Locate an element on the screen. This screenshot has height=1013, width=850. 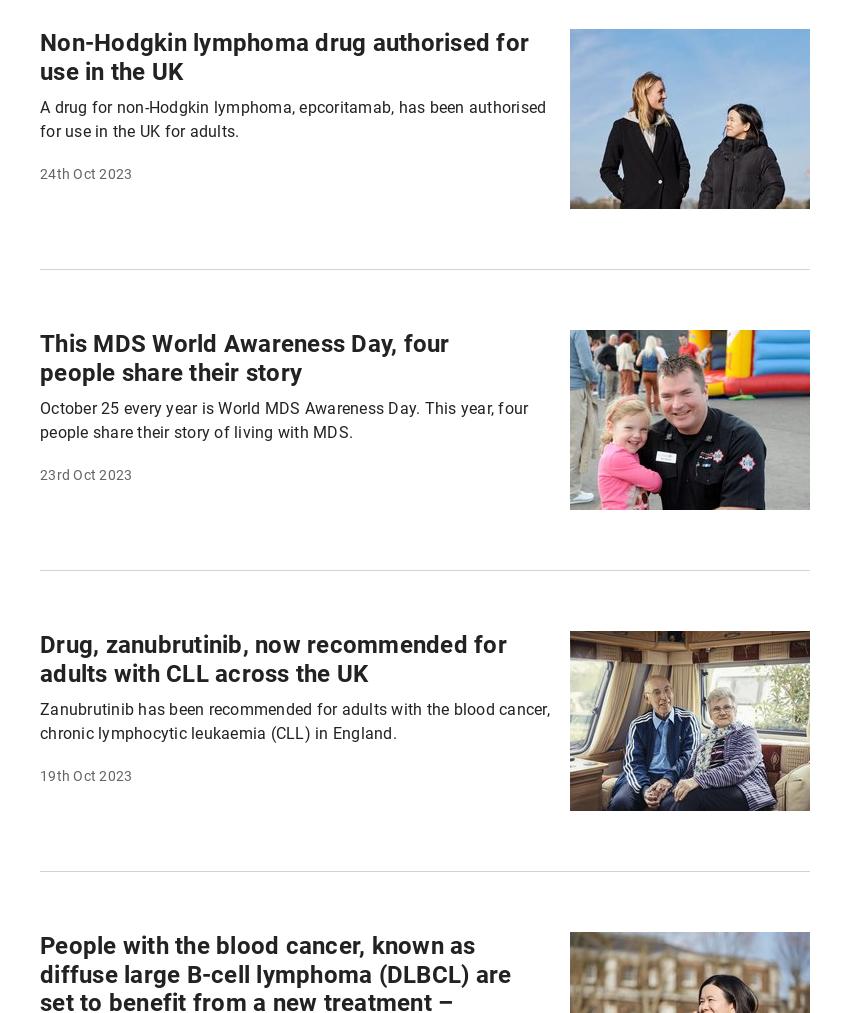
'Because together we can be the generation to beat blood cancer' is located at coordinates (39, 598).